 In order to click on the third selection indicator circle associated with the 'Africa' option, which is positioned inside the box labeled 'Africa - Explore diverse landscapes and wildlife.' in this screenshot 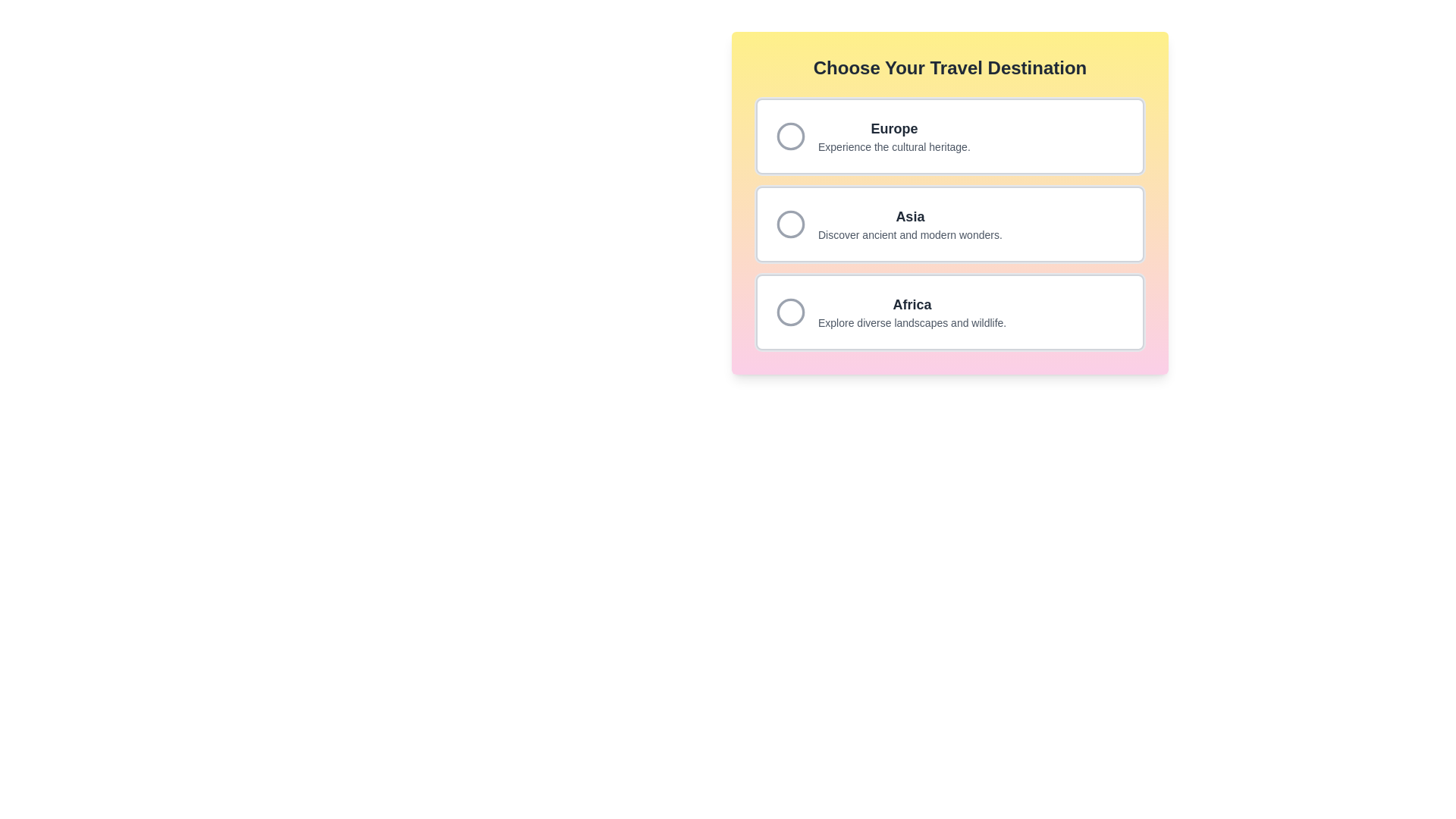, I will do `click(789, 312)`.